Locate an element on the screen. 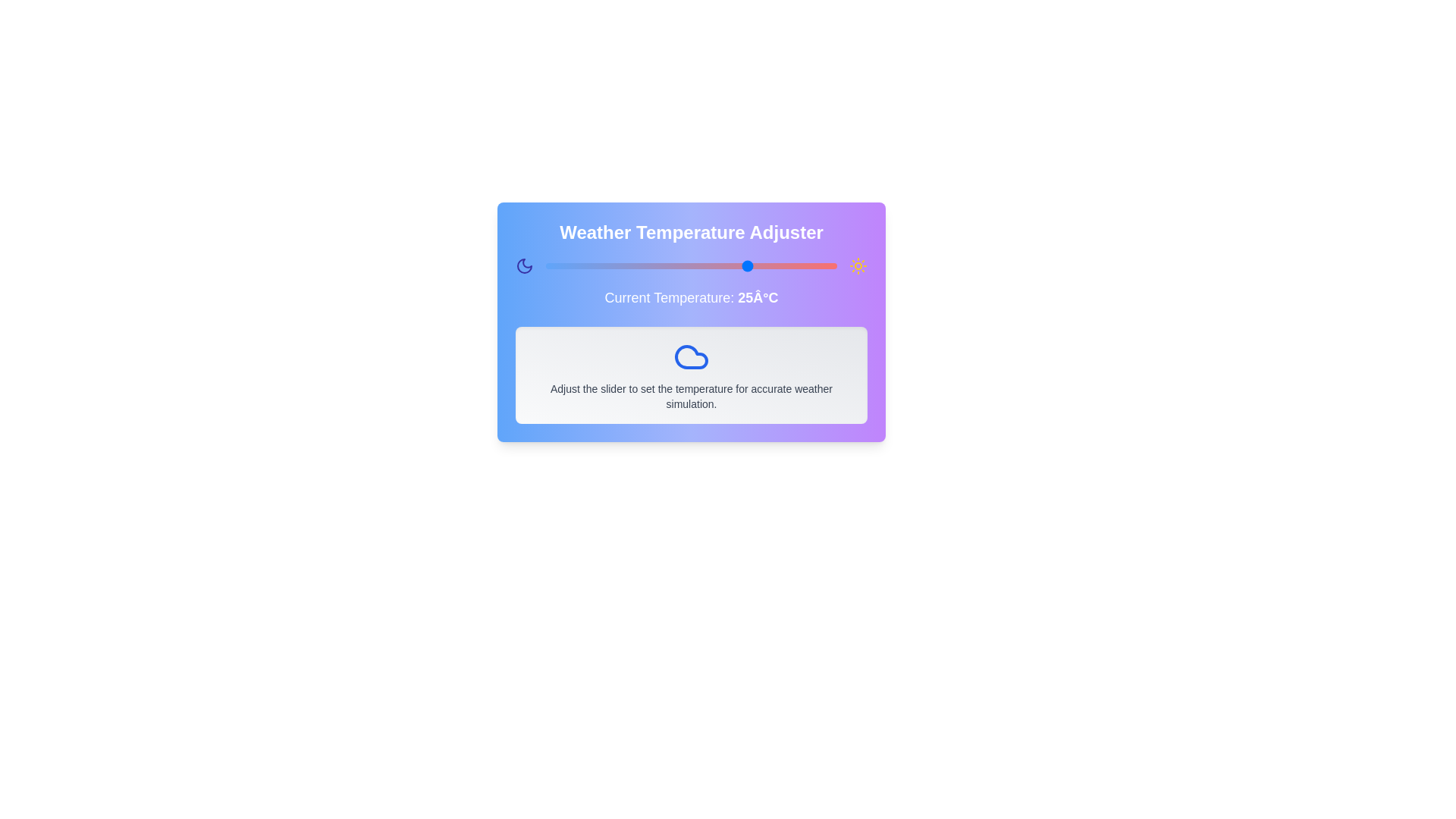  the temperature slider to set the temperature to 38 degrees Celsius is located at coordinates (824, 265).